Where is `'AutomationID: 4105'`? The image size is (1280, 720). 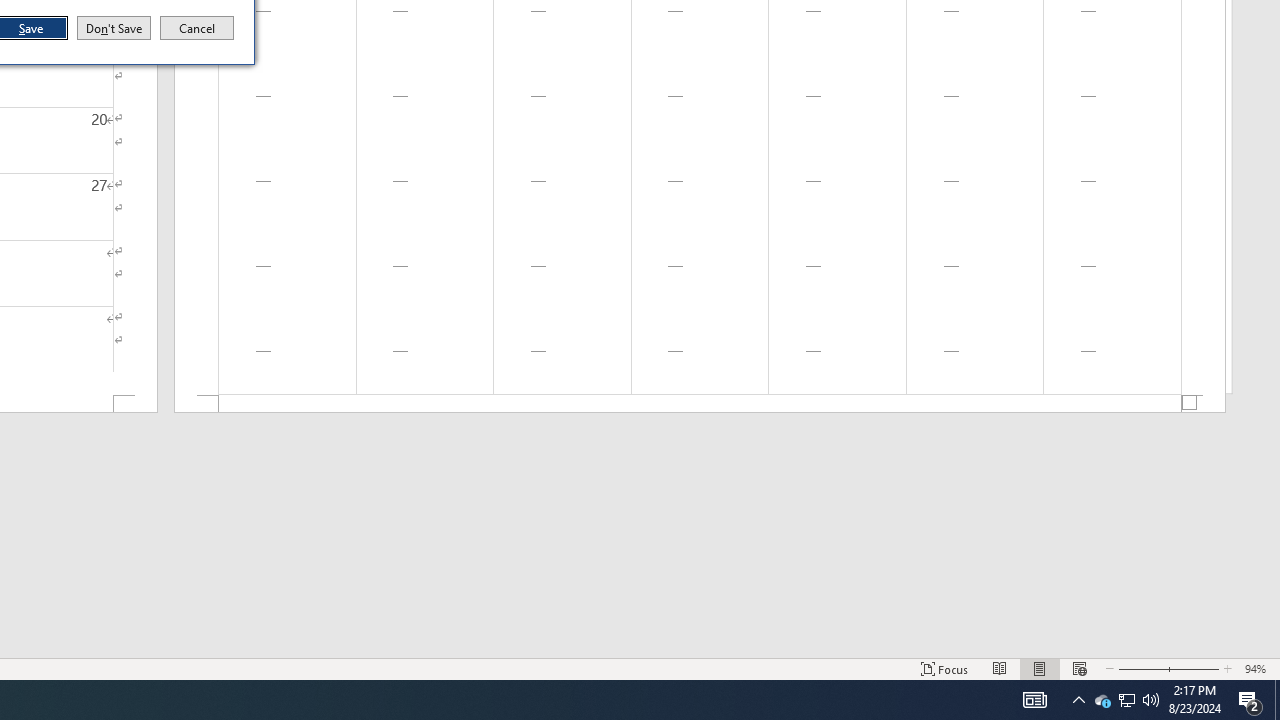
'AutomationID: 4105' is located at coordinates (1034, 698).